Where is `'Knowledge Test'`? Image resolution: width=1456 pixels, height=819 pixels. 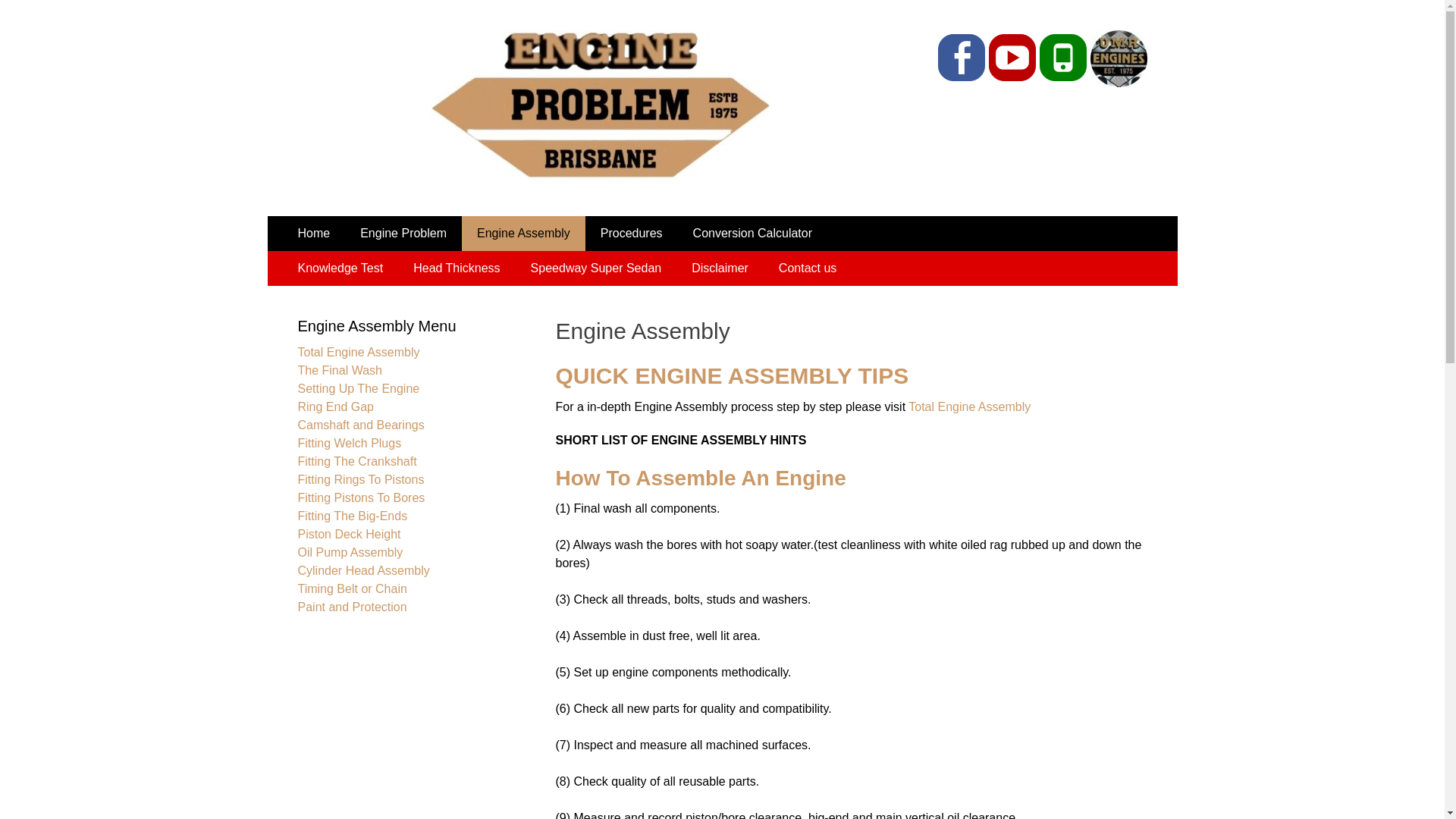
'Knowledge Test' is located at coordinates (282, 268).